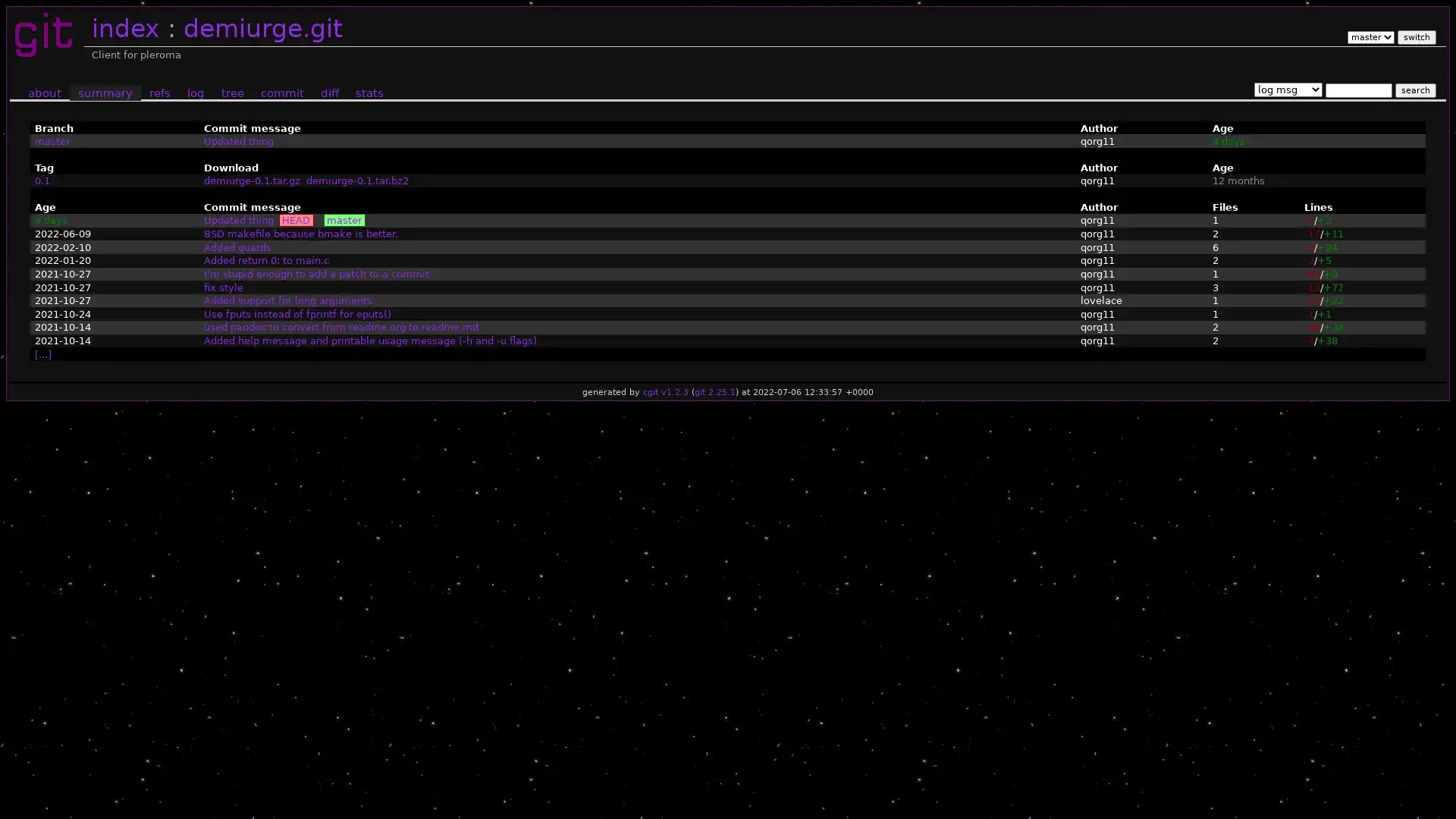 This screenshot has height=819, width=1456. I want to click on switch, so click(1415, 36).